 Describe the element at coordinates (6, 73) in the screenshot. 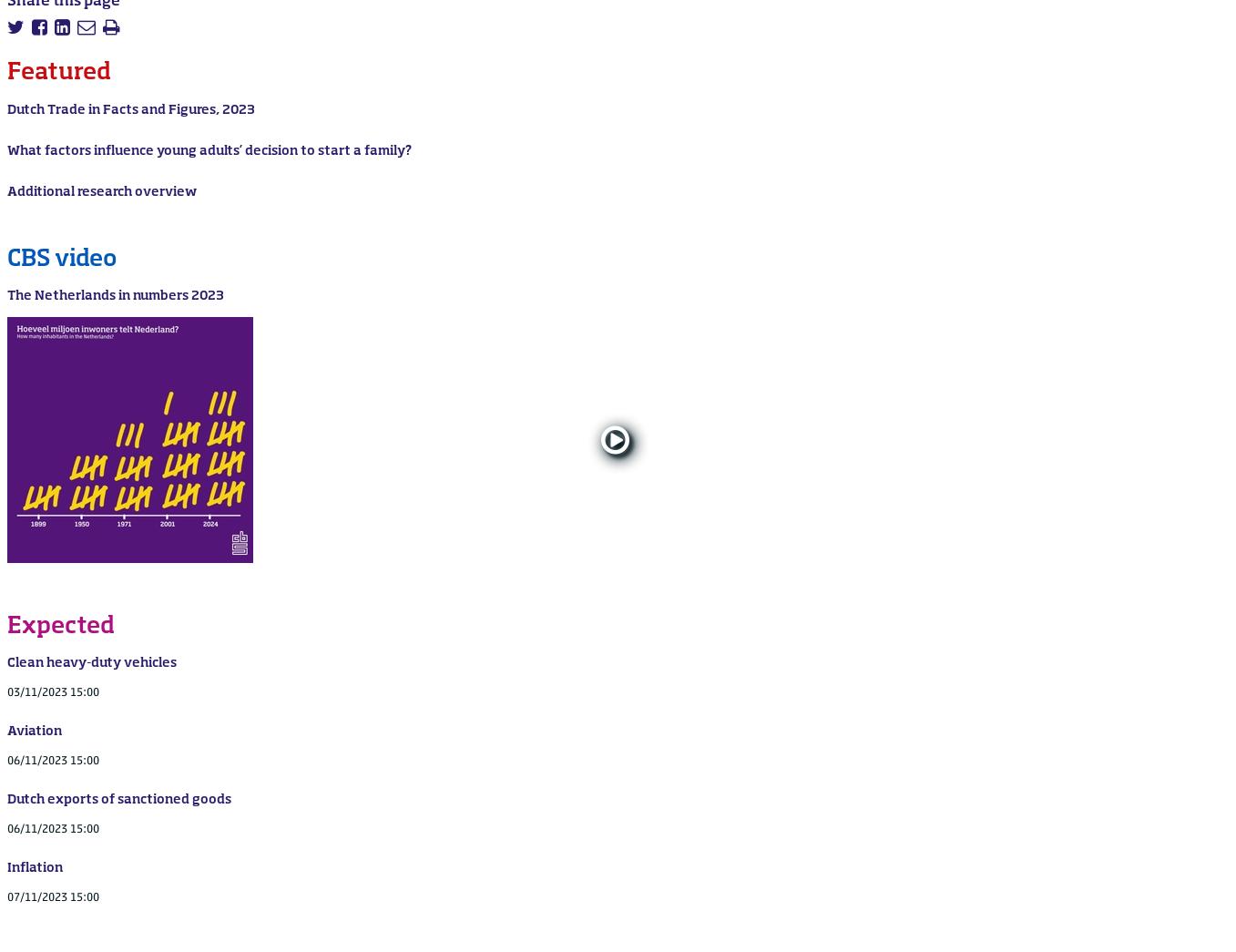

I see `'Featured'` at that location.